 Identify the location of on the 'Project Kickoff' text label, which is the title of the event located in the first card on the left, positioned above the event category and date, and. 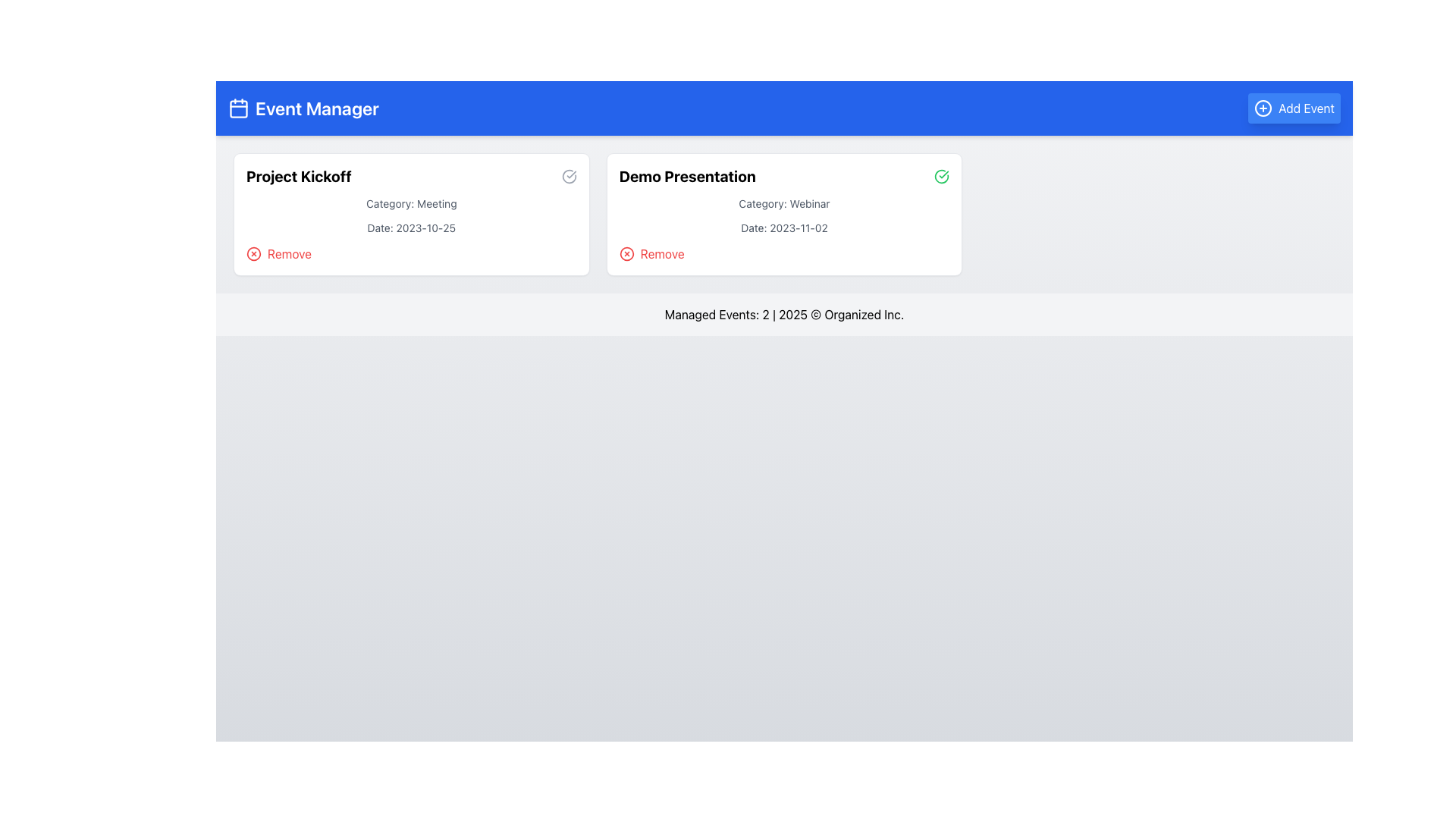
(299, 175).